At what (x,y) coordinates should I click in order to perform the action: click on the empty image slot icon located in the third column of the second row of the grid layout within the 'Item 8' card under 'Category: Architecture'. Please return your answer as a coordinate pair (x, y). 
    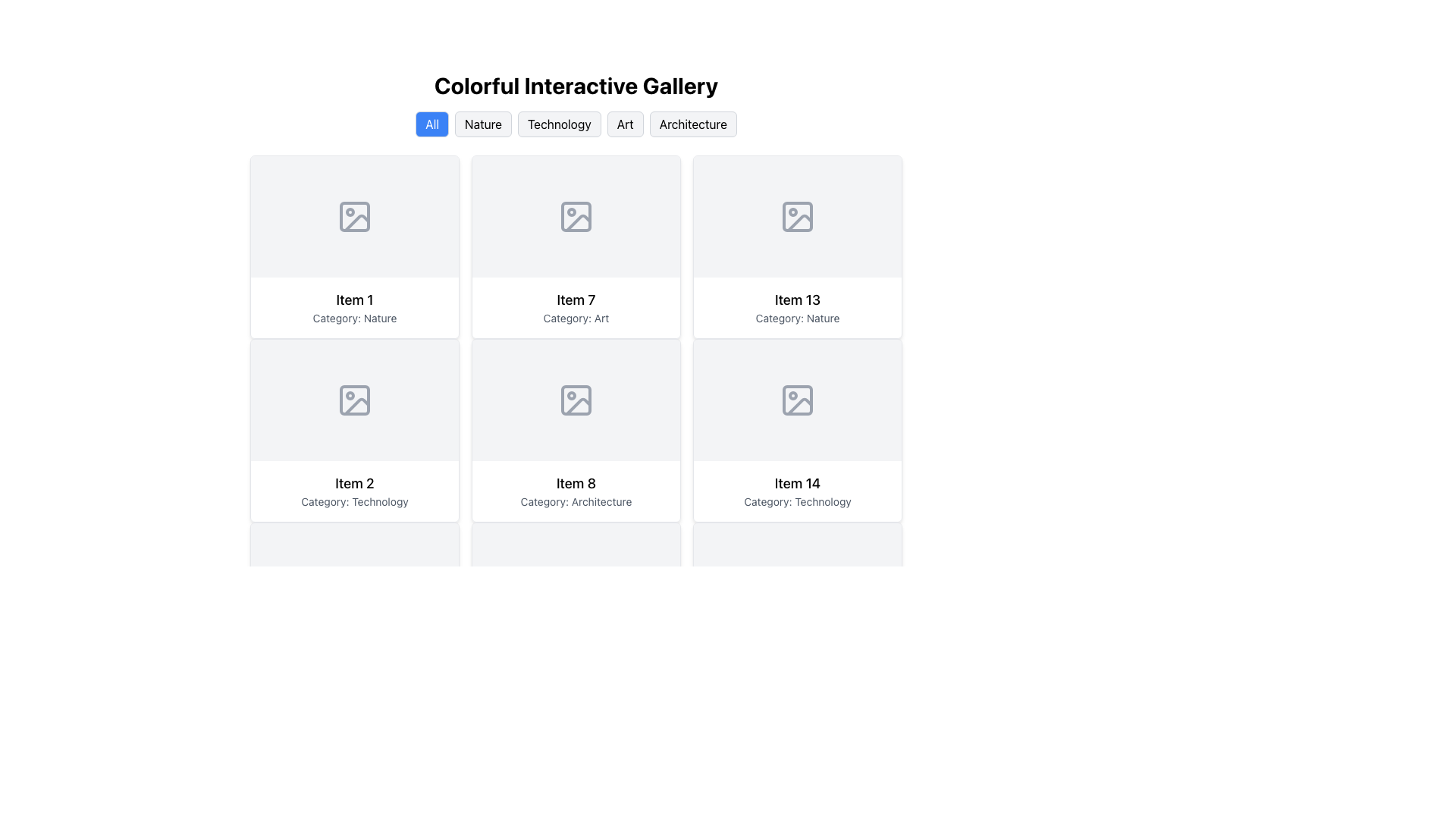
    Looking at the image, I should click on (575, 400).